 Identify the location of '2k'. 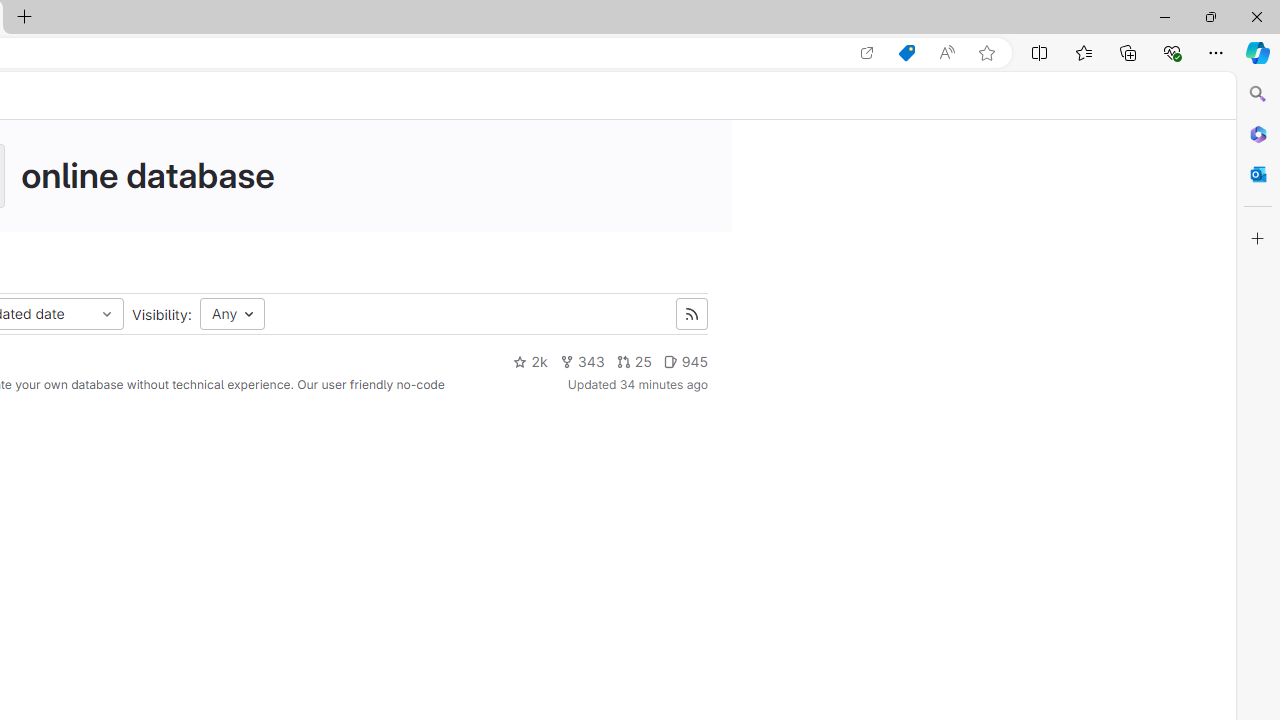
(530, 362).